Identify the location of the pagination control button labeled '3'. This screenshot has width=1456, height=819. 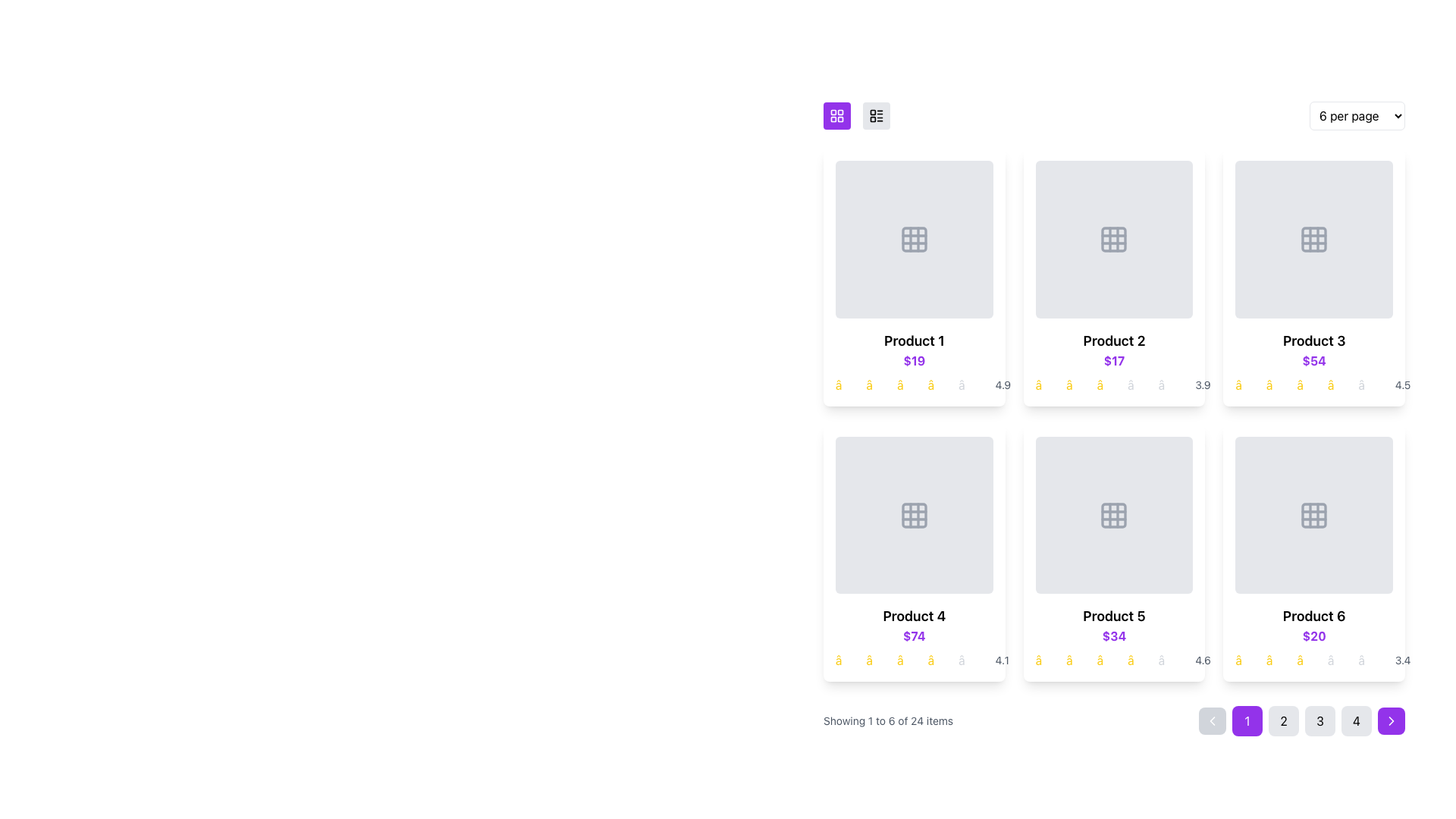
(1319, 720).